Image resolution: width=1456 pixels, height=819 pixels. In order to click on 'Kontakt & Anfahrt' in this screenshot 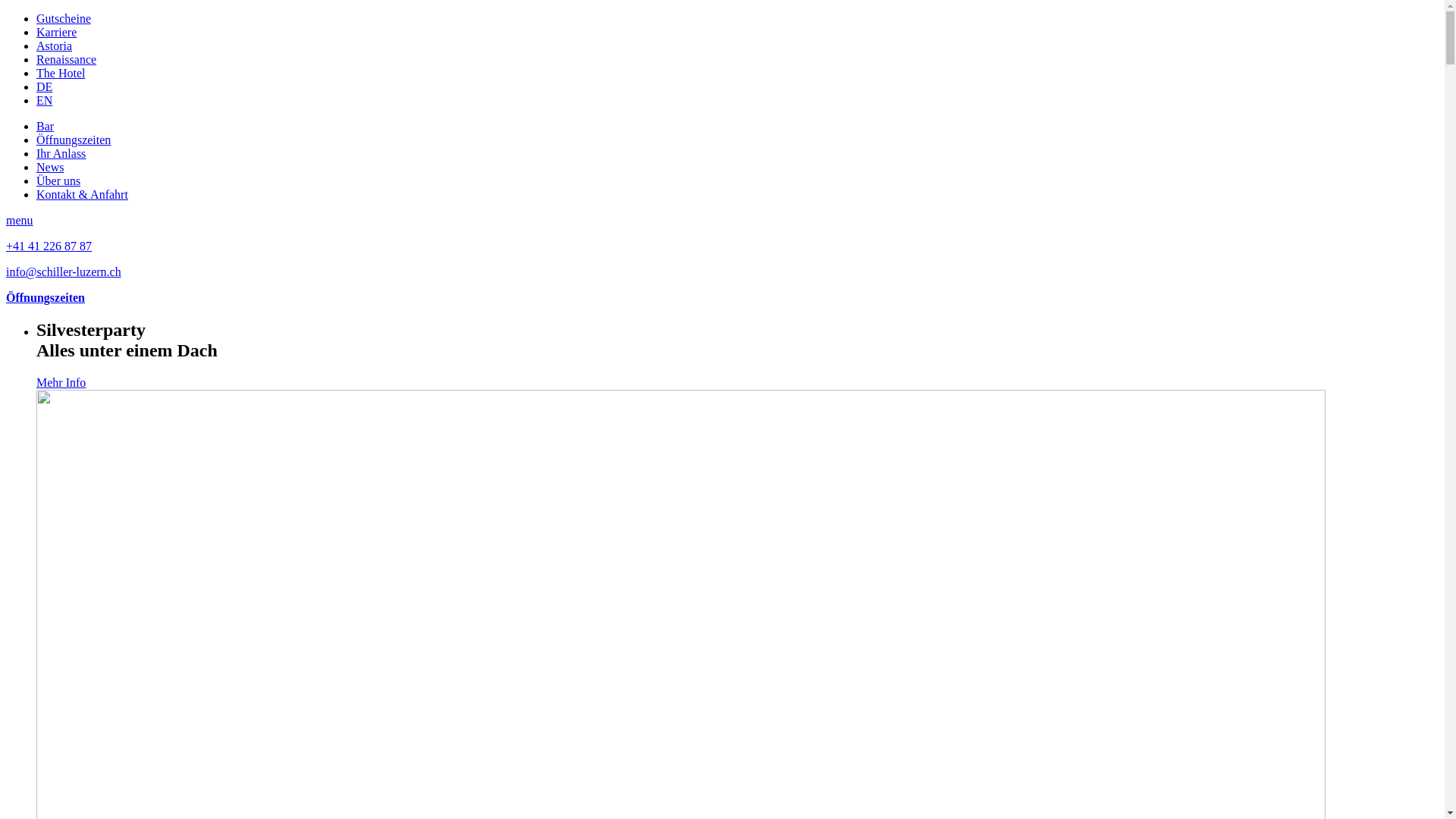, I will do `click(81, 193)`.